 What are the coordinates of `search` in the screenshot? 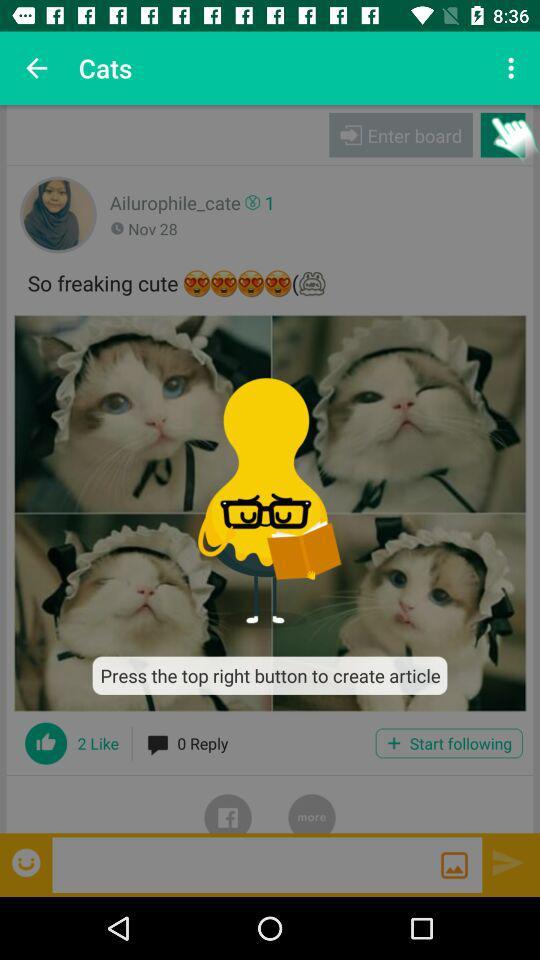 It's located at (454, 864).